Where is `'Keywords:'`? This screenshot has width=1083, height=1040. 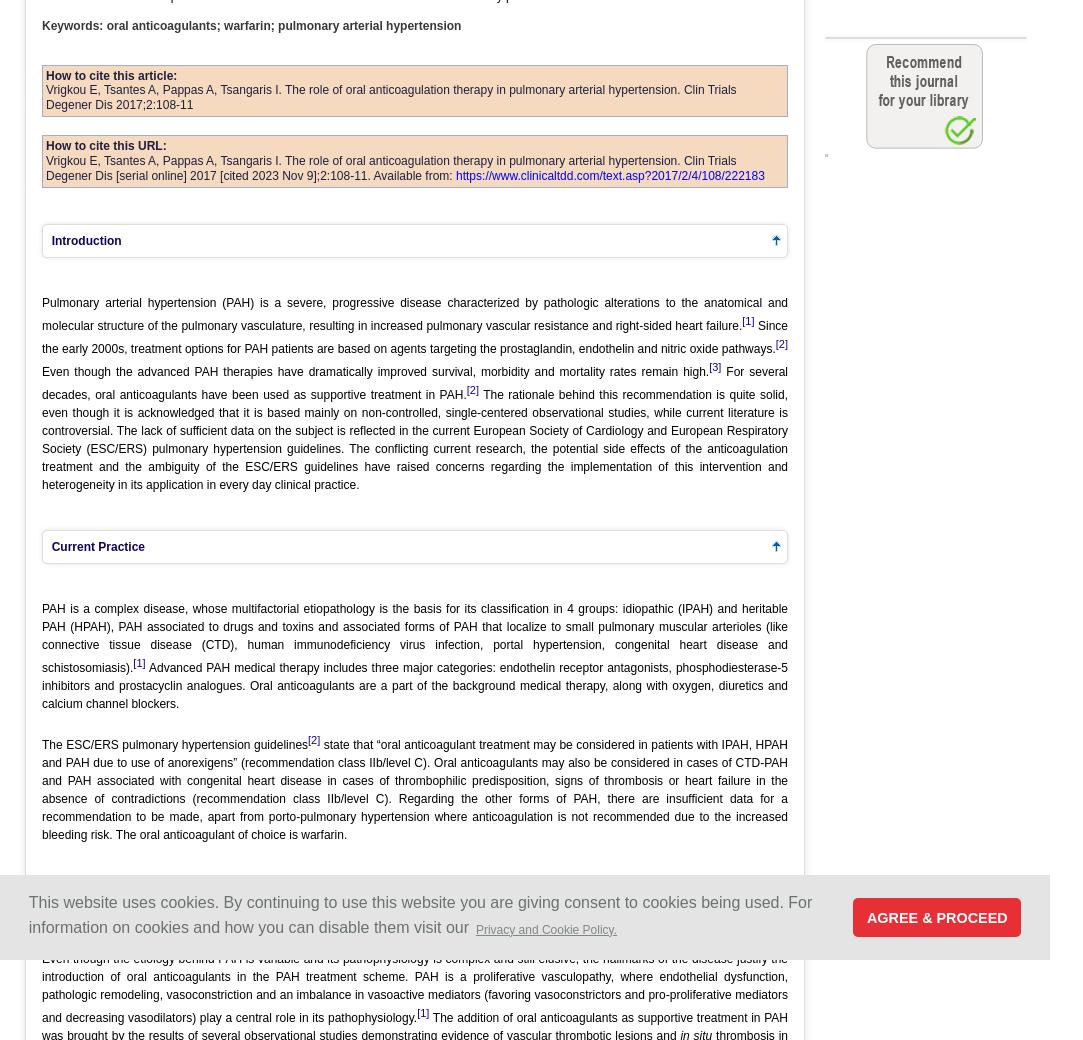 'Keywords:' is located at coordinates (71, 23).